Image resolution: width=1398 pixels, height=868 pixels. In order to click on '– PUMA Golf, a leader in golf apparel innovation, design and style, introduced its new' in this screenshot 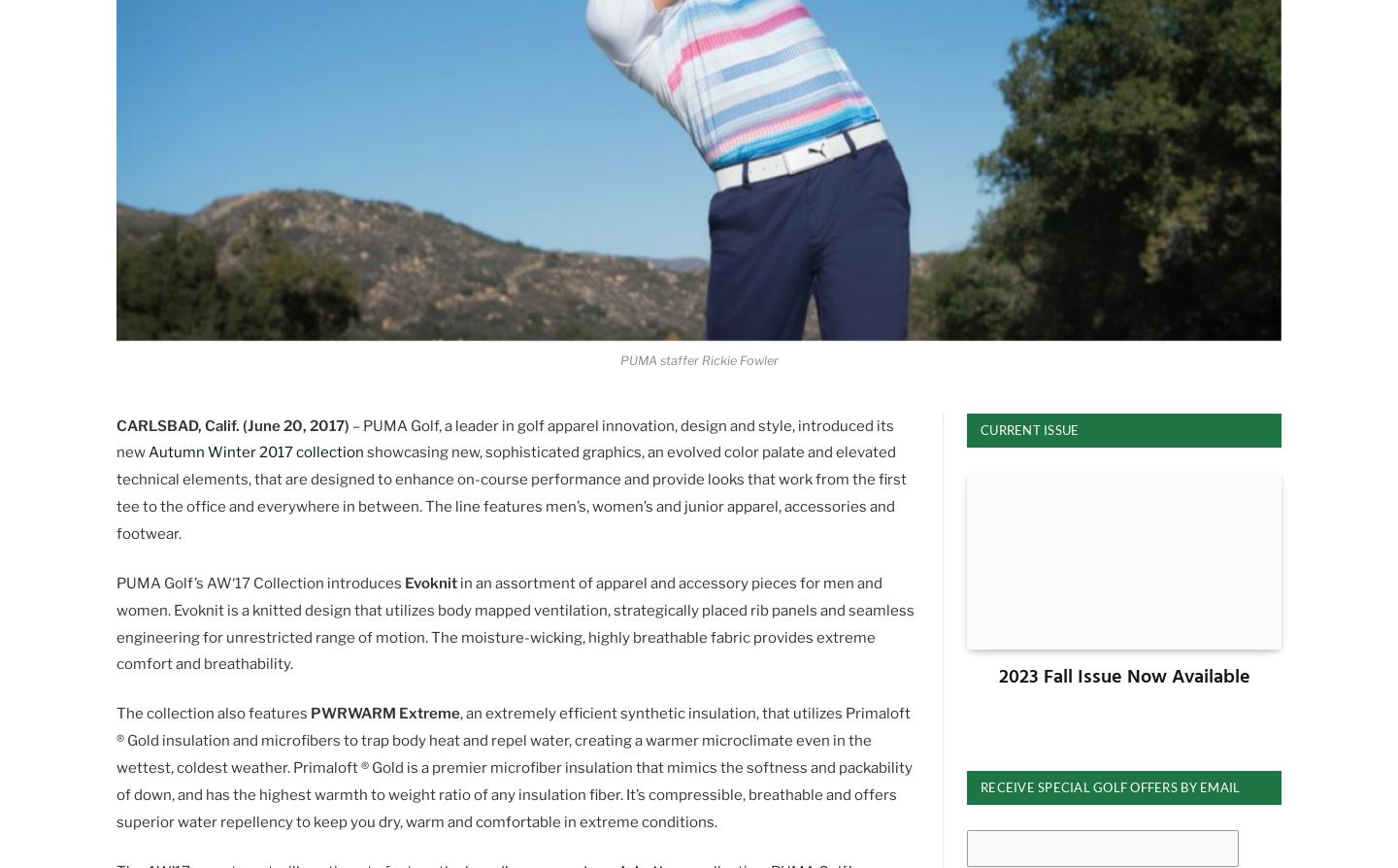, I will do `click(116, 439)`.